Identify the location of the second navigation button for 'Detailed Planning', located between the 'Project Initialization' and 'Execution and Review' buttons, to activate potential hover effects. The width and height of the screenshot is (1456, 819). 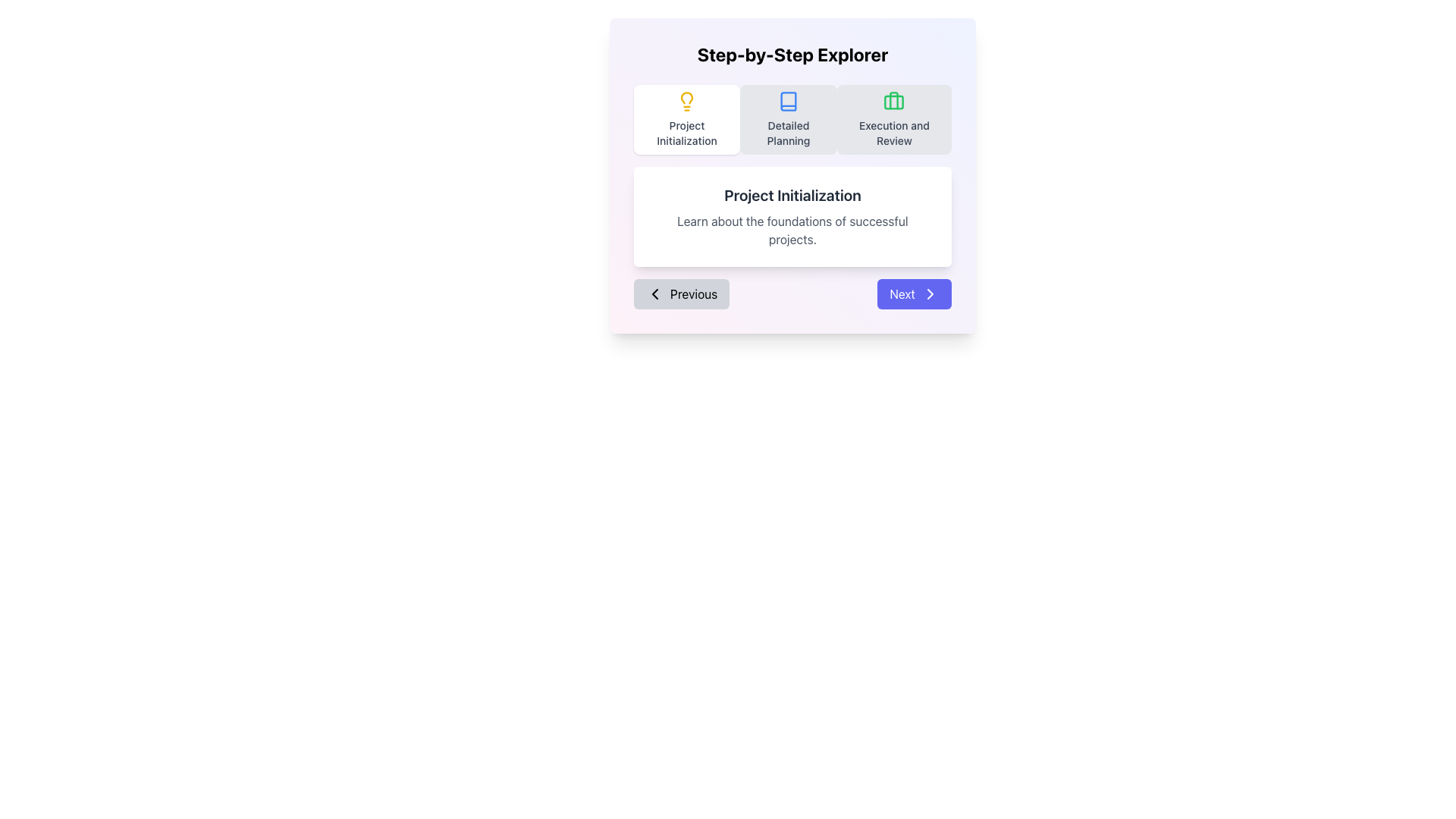
(789, 119).